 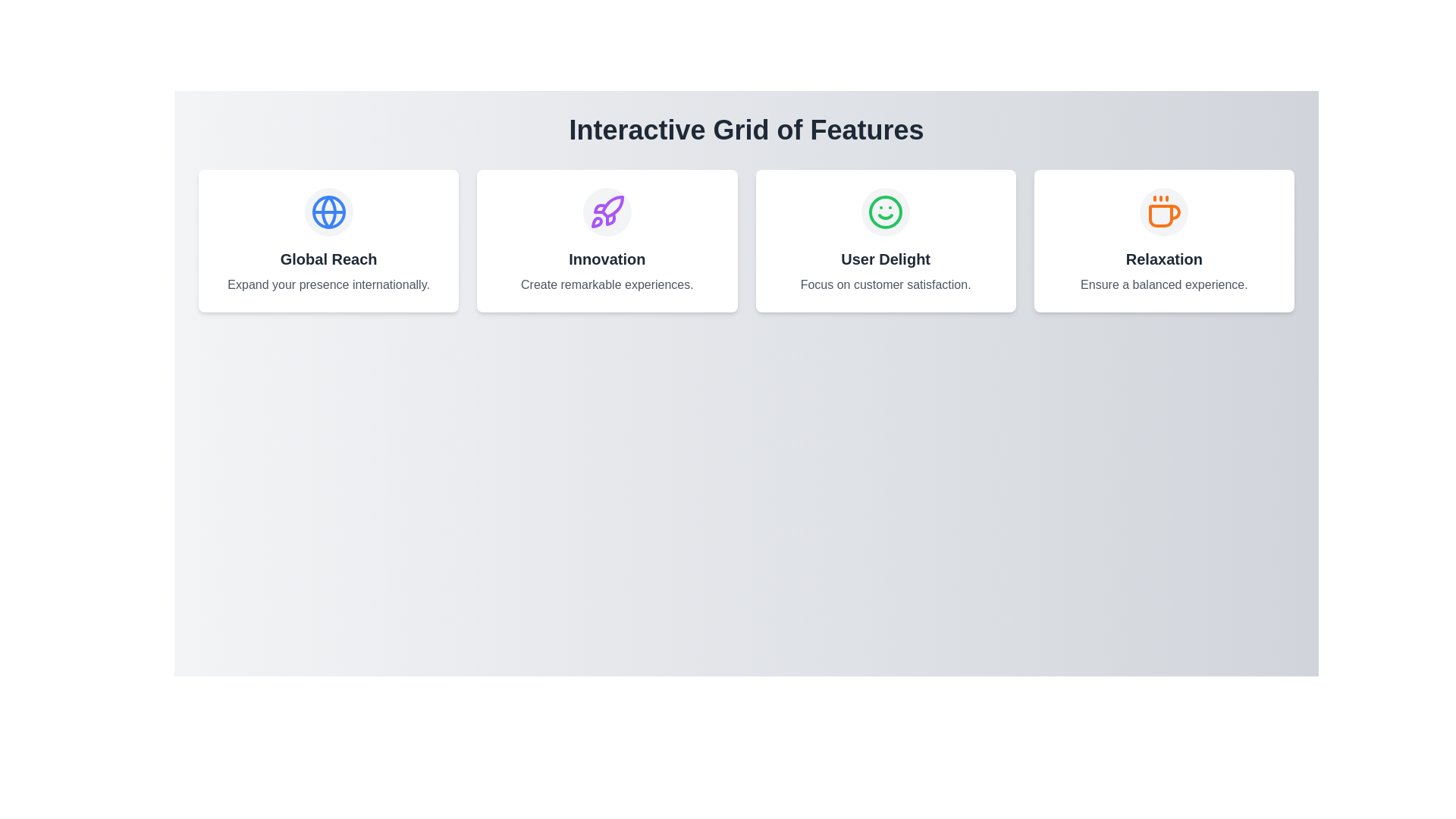 What do you see at coordinates (607, 259) in the screenshot?
I see `the 'Innovation' text label, which is styled with a large, bold, dark gray font and is located in the second card of a horizontally aligned group of four cards, directly below a circular icon` at bounding box center [607, 259].